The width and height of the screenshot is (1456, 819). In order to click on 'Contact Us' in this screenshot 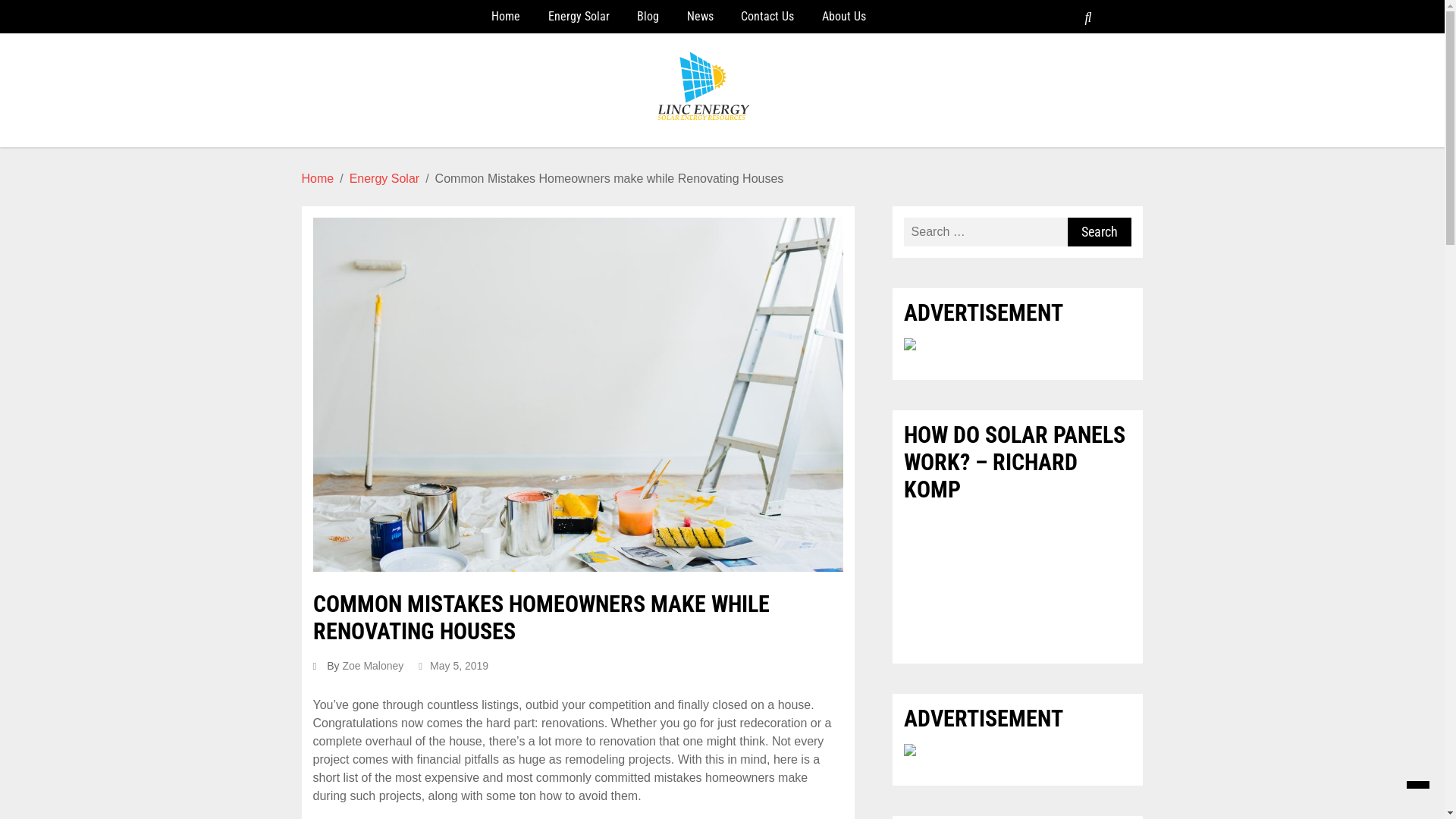, I will do `click(767, 17)`.